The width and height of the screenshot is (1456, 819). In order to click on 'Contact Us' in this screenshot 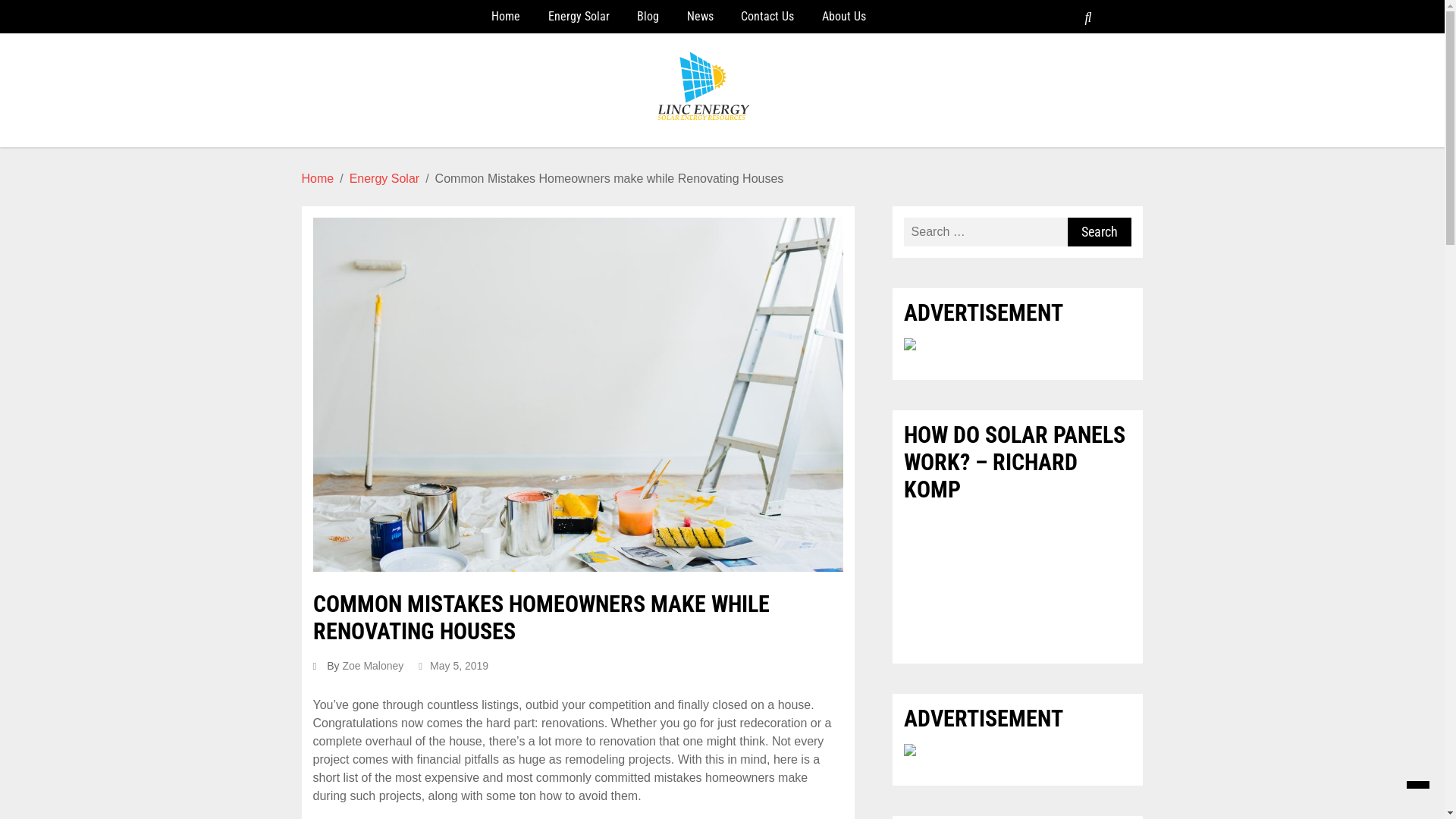, I will do `click(767, 17)`.